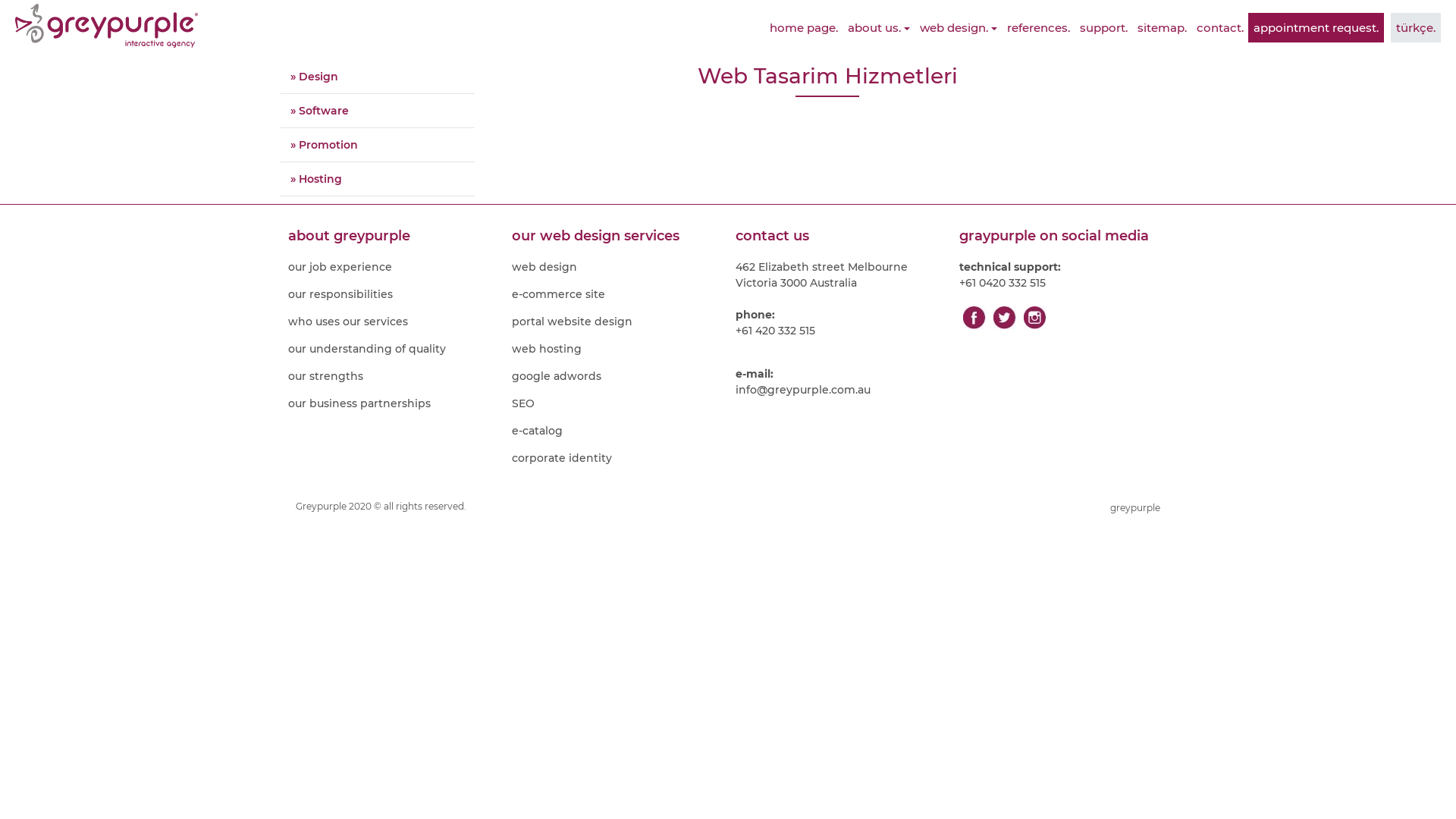 This screenshot has width=1456, height=819. Describe the element at coordinates (1135, 507) in the screenshot. I see `'greypurple'` at that location.